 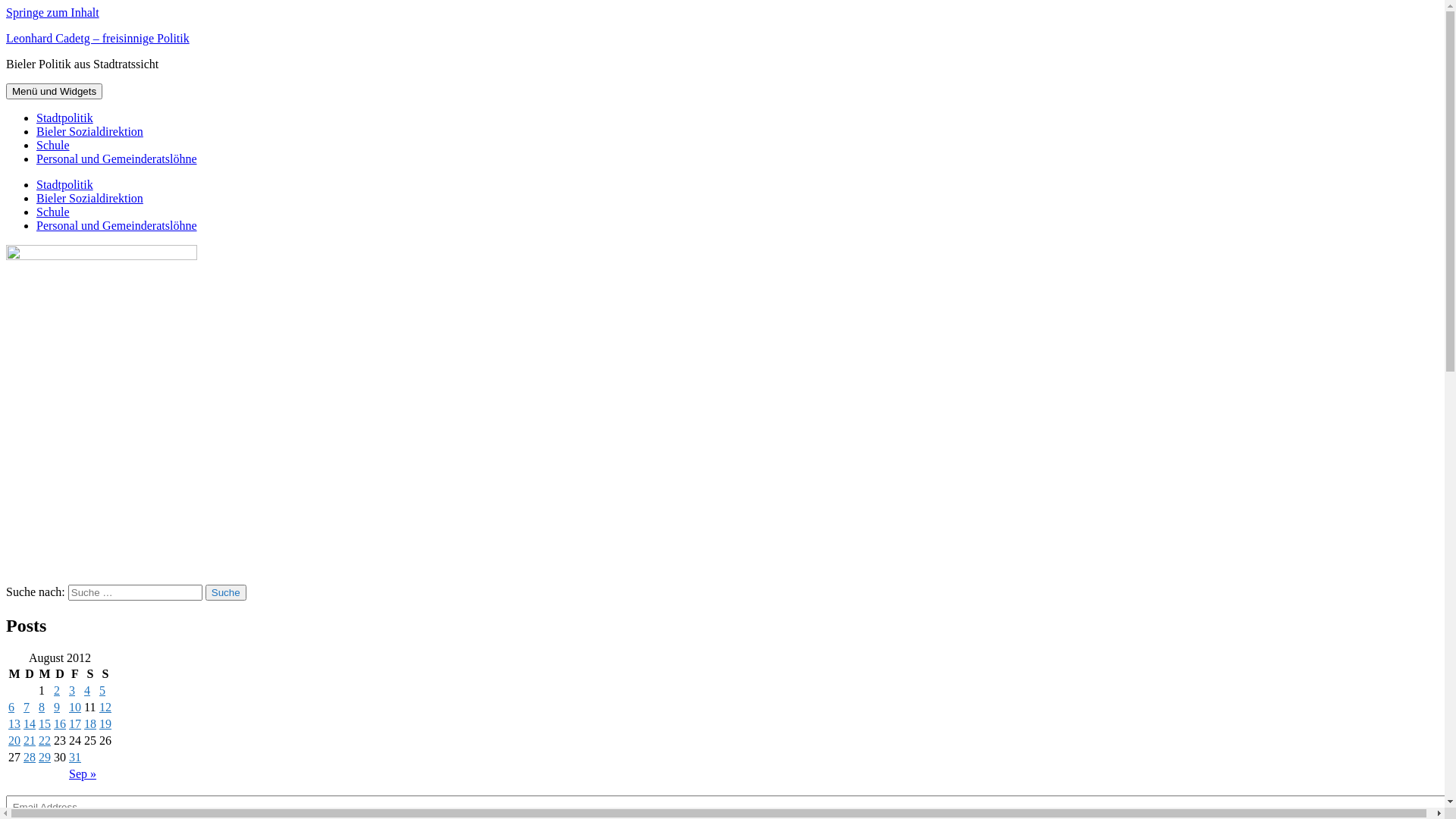 I want to click on '17', so click(x=74, y=723).